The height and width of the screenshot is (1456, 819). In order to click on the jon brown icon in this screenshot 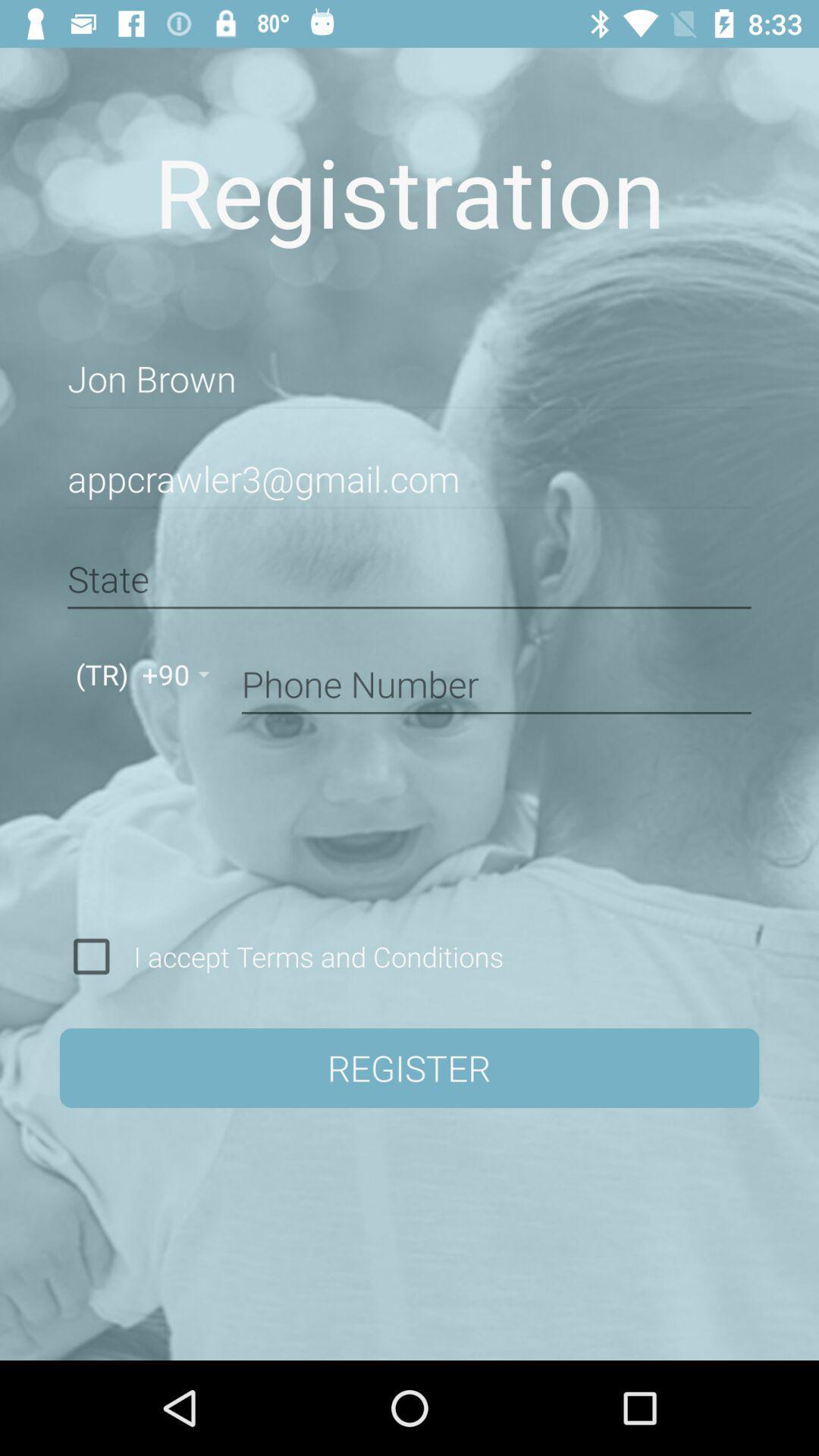, I will do `click(409, 379)`.